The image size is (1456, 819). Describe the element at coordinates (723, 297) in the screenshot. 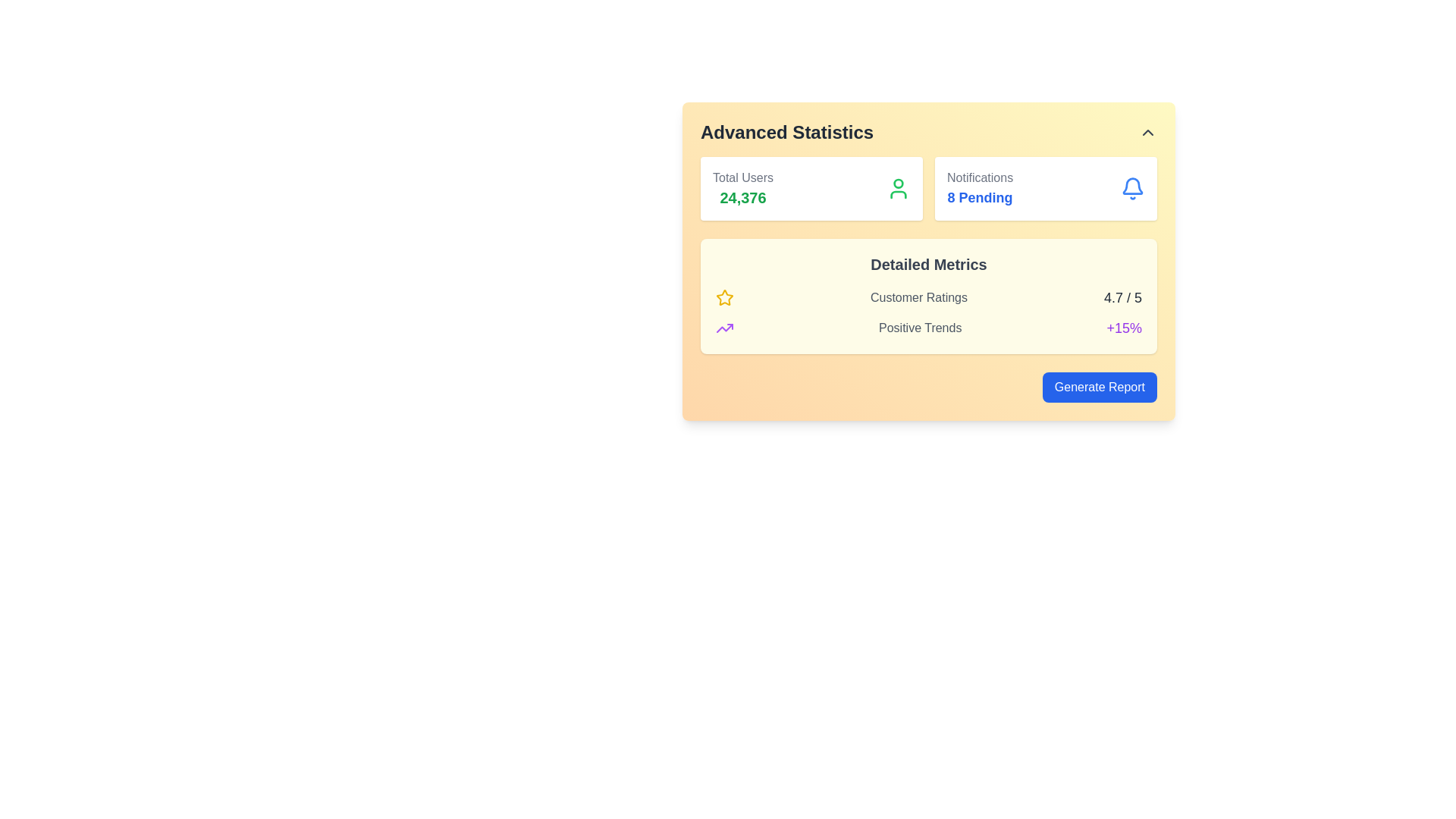

I see `the yellow star icon with a hollow center located in the 'Detailed Metrics' section of the 'Advanced Statistics' card, next to 'Customer Ratings'` at that location.